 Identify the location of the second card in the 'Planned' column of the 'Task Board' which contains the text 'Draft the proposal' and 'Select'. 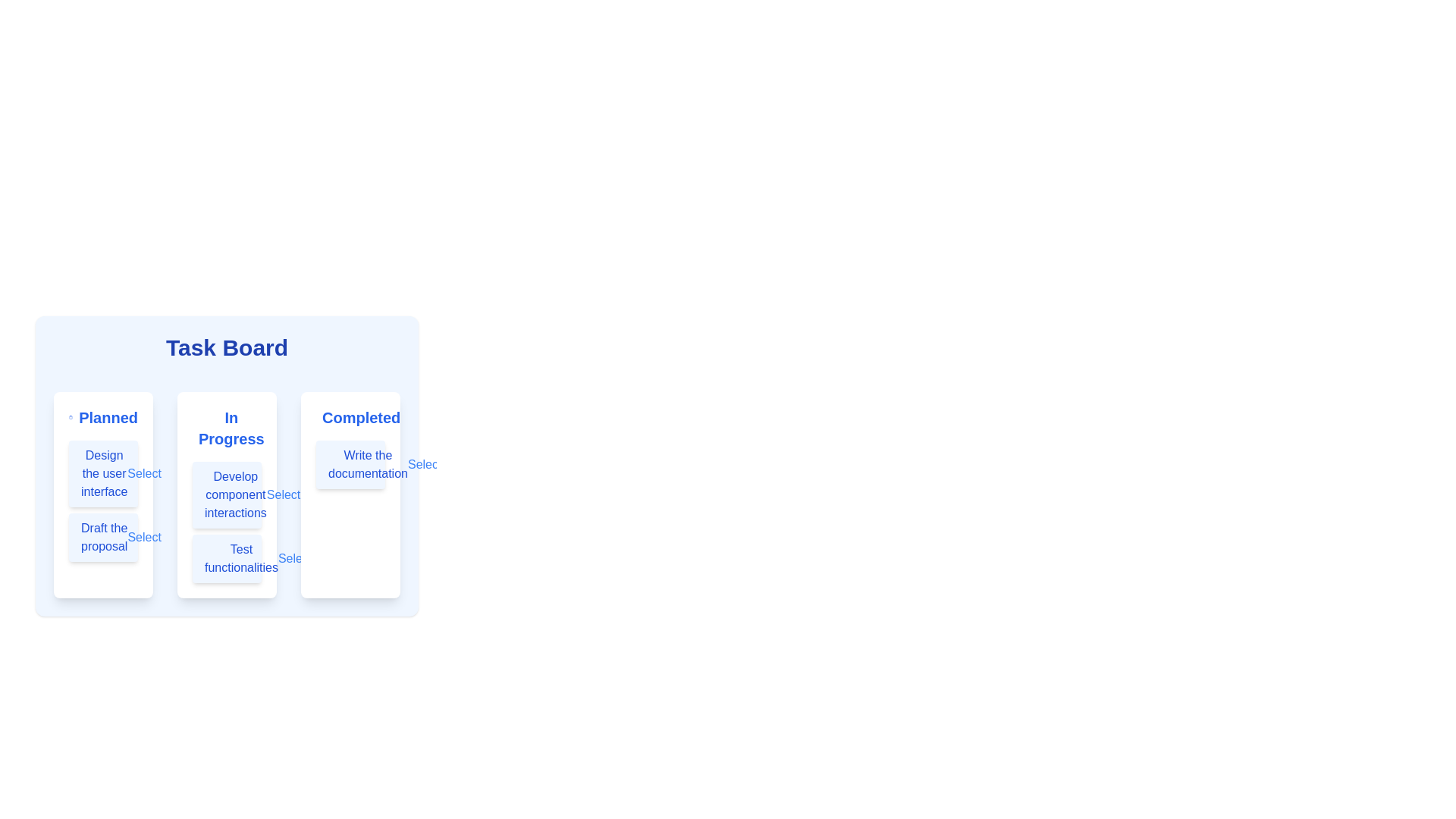
(102, 537).